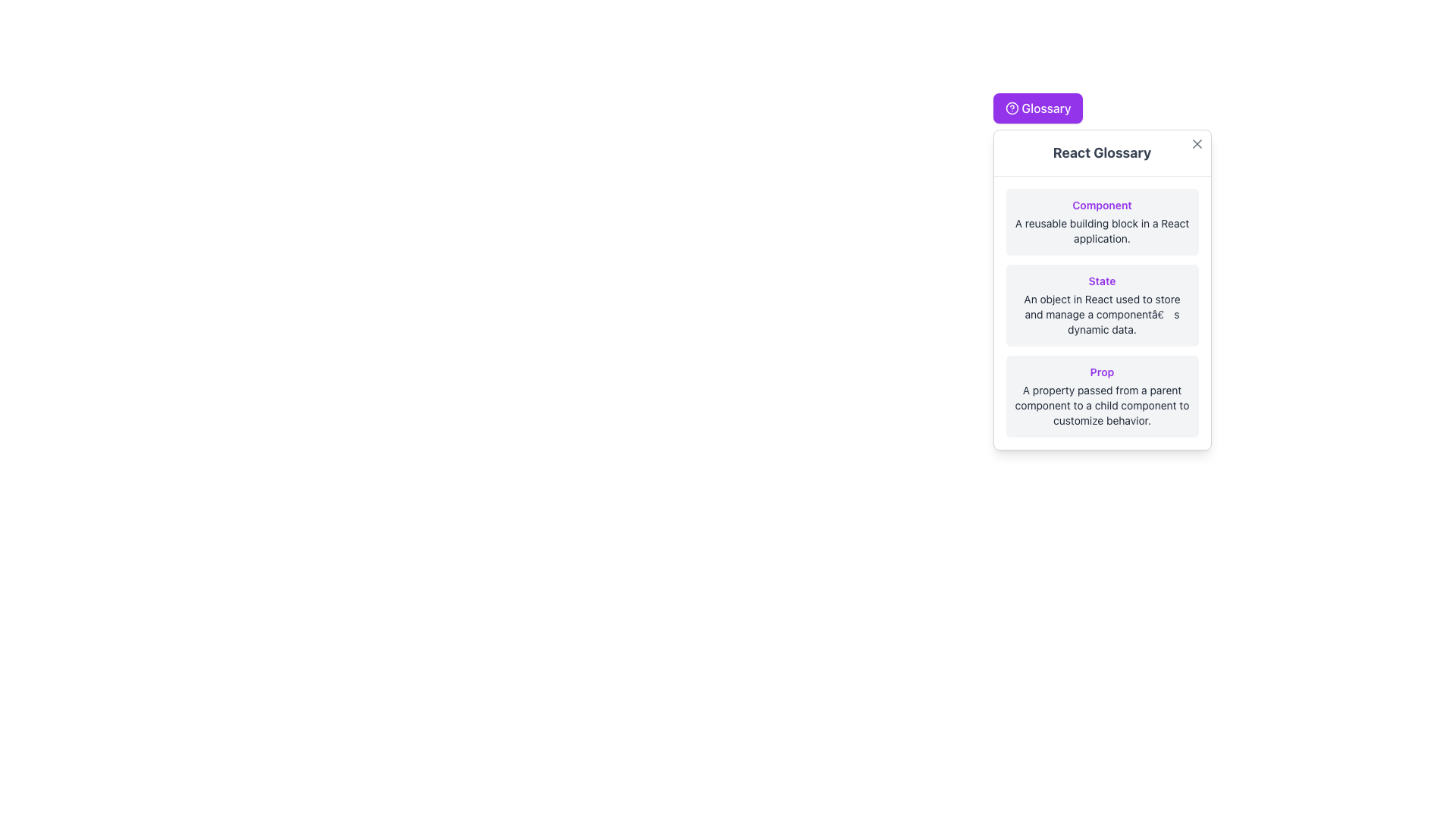 The height and width of the screenshot is (819, 1456). What do you see at coordinates (1102, 205) in the screenshot?
I see `the heading element that describes the term 'Component' in the 'React Glossary' card` at bounding box center [1102, 205].